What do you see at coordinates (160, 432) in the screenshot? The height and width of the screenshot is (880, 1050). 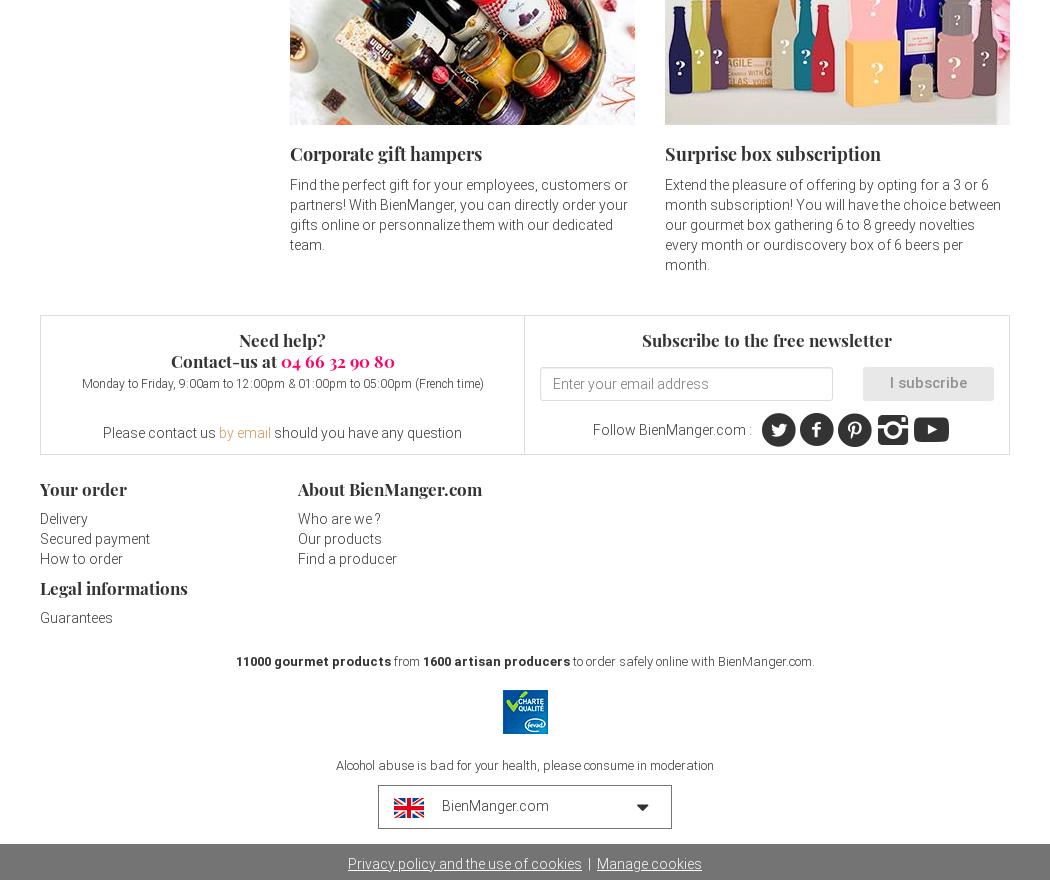 I see `'Please contact us'` at bounding box center [160, 432].